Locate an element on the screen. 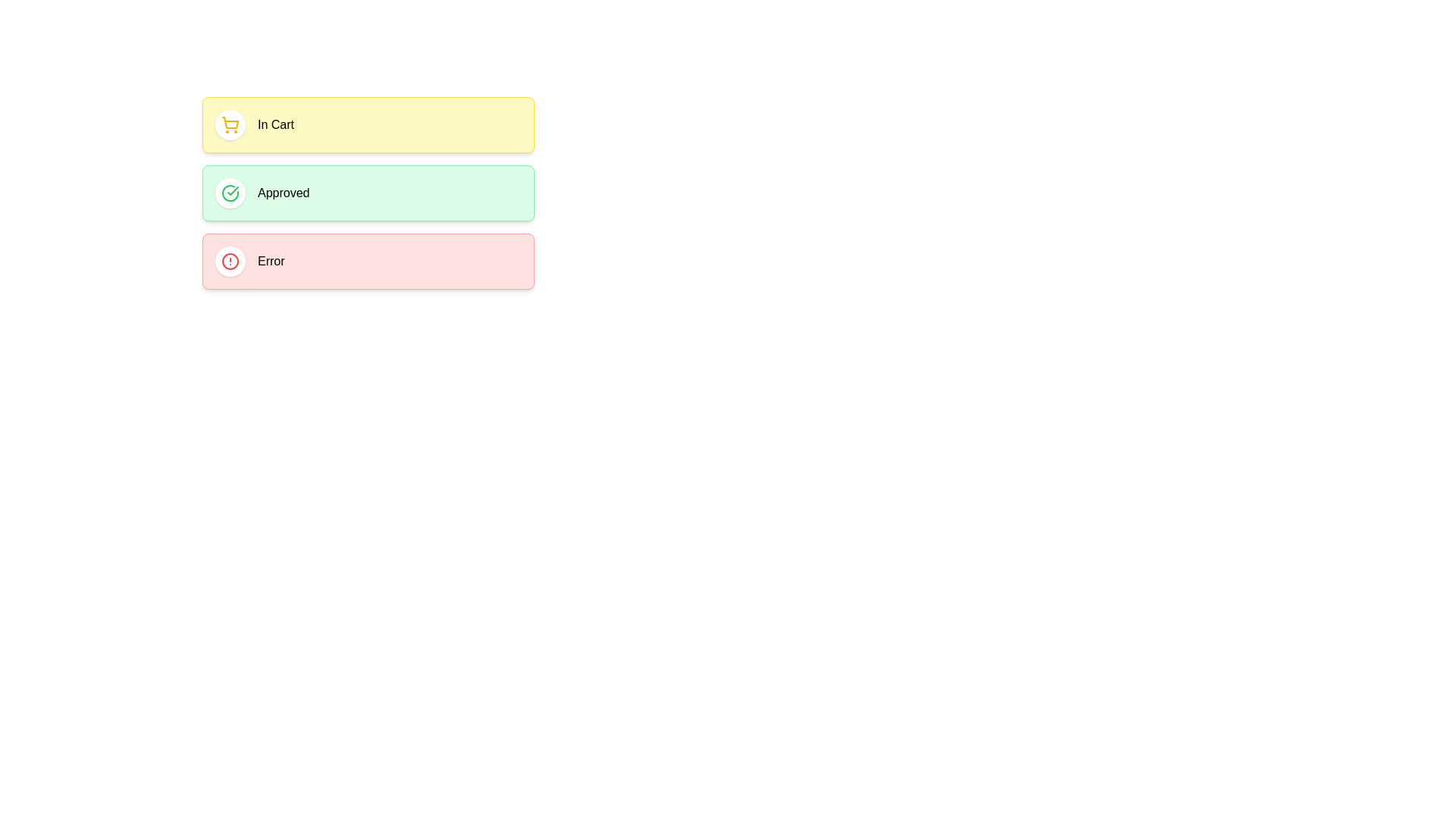 The width and height of the screenshot is (1456, 819). the Notification box, which is a rectangular box with rounded corners, a red border, a pale red background, and contains the text label 'Error' with an alert icon, located at the specified coordinates is located at coordinates (368, 260).